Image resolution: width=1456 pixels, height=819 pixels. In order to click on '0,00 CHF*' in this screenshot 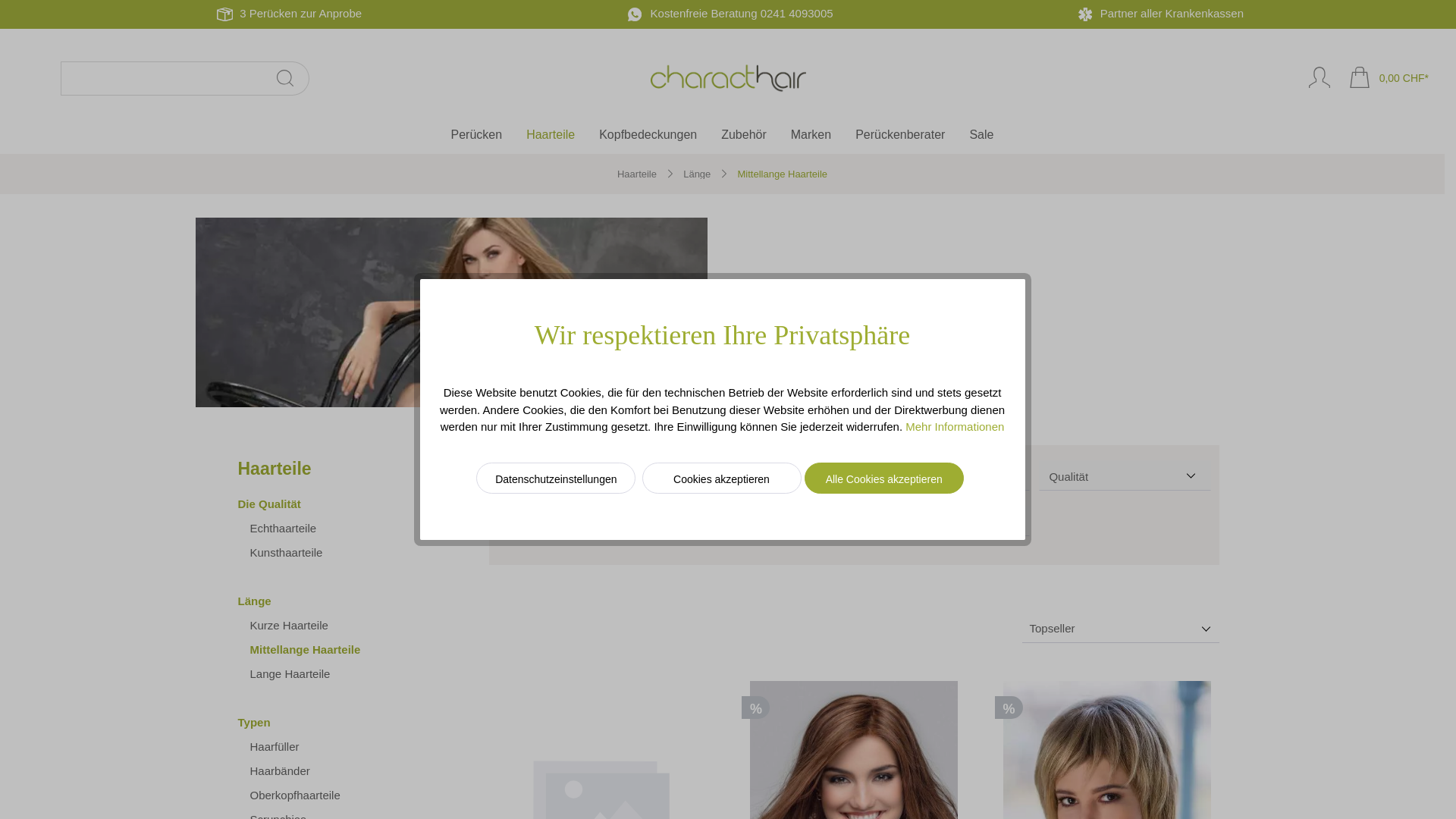, I will do `click(1389, 79)`.